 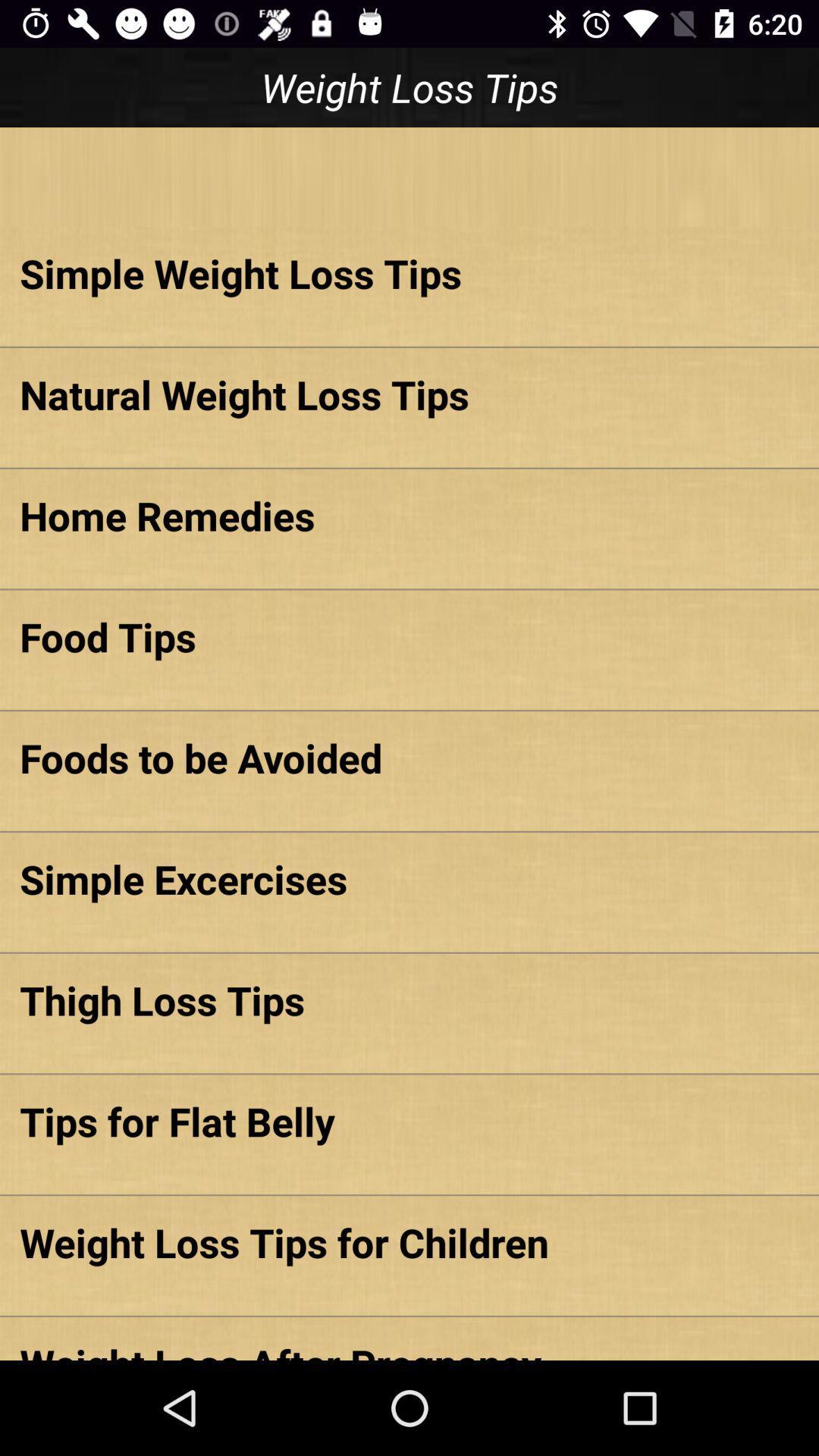 I want to click on app above foods to be item, so click(x=409, y=636).